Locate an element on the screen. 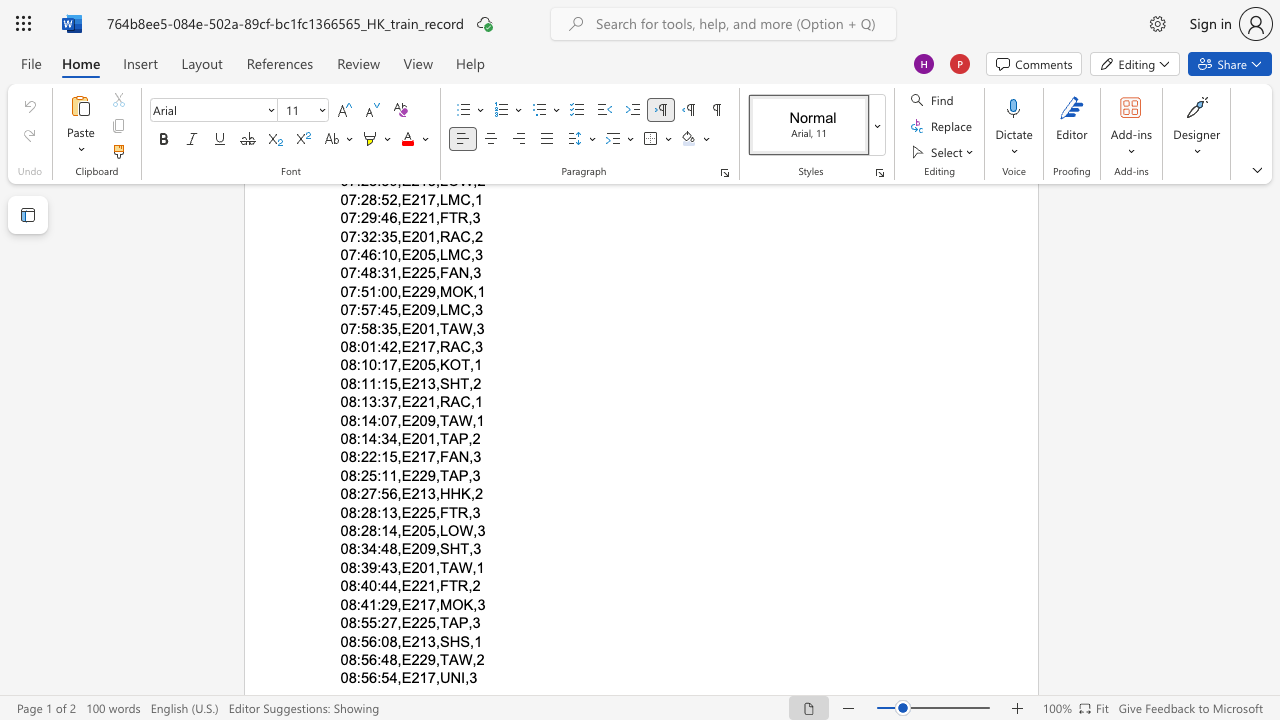 Image resolution: width=1280 pixels, height=720 pixels. the subset text ":5" within the text "08:56:08,E213,SHS,1" is located at coordinates (356, 641).